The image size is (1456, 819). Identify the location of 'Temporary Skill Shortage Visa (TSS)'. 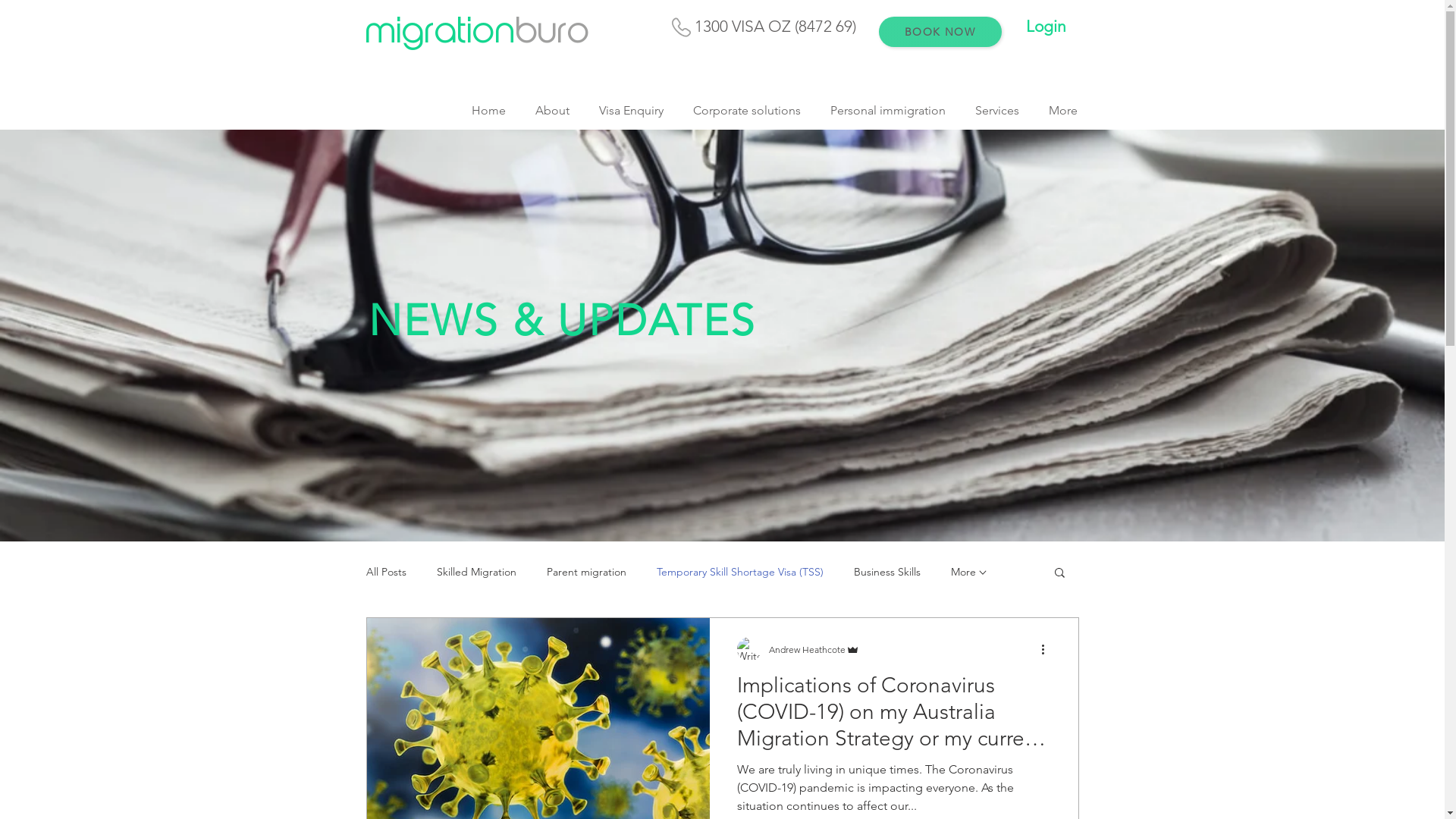
(656, 571).